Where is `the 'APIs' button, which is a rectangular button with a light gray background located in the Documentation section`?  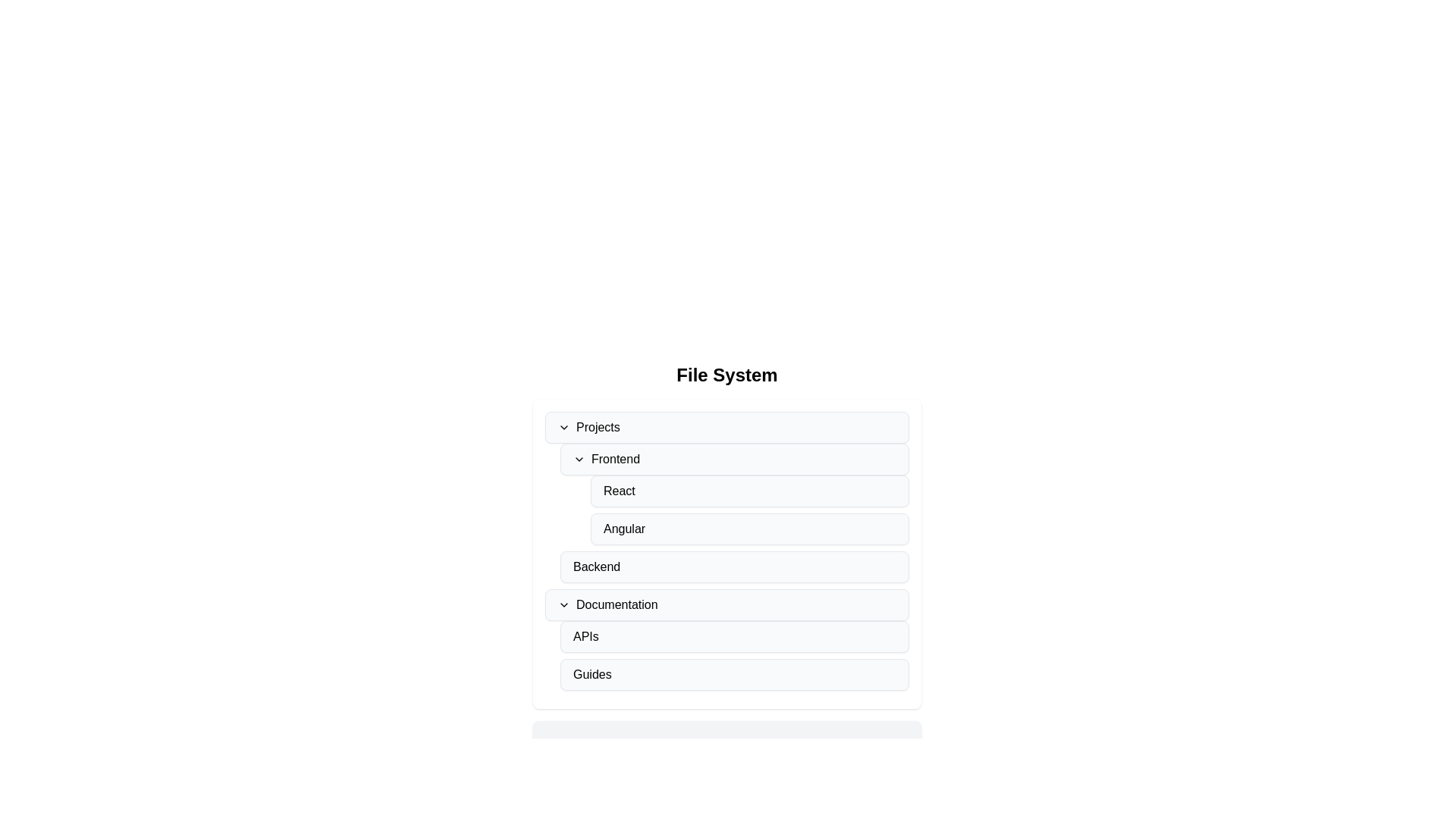 the 'APIs' button, which is a rectangular button with a light gray background located in the Documentation section is located at coordinates (726, 640).